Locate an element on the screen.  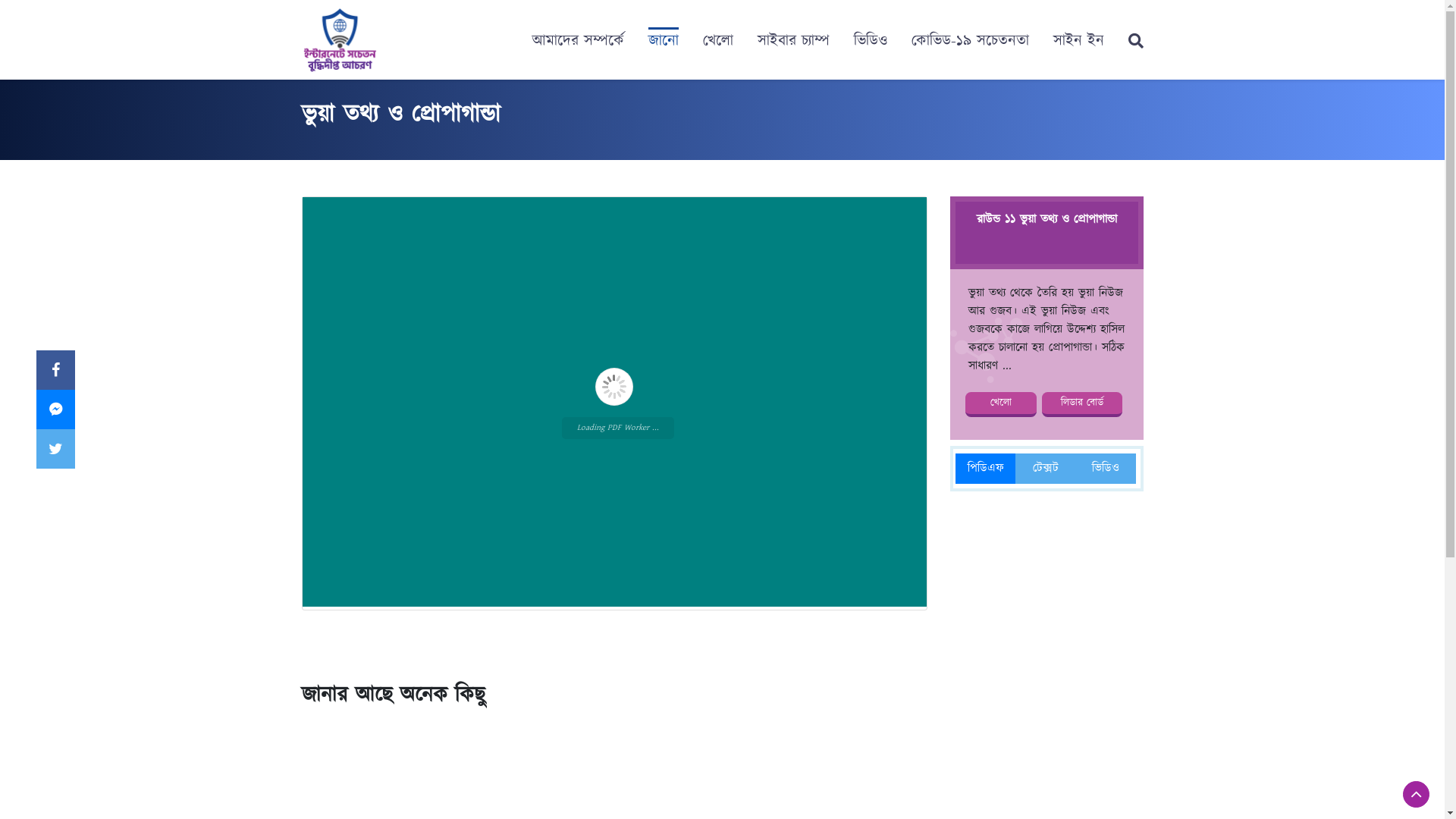
'Back to Top' is located at coordinates (1415, 793).